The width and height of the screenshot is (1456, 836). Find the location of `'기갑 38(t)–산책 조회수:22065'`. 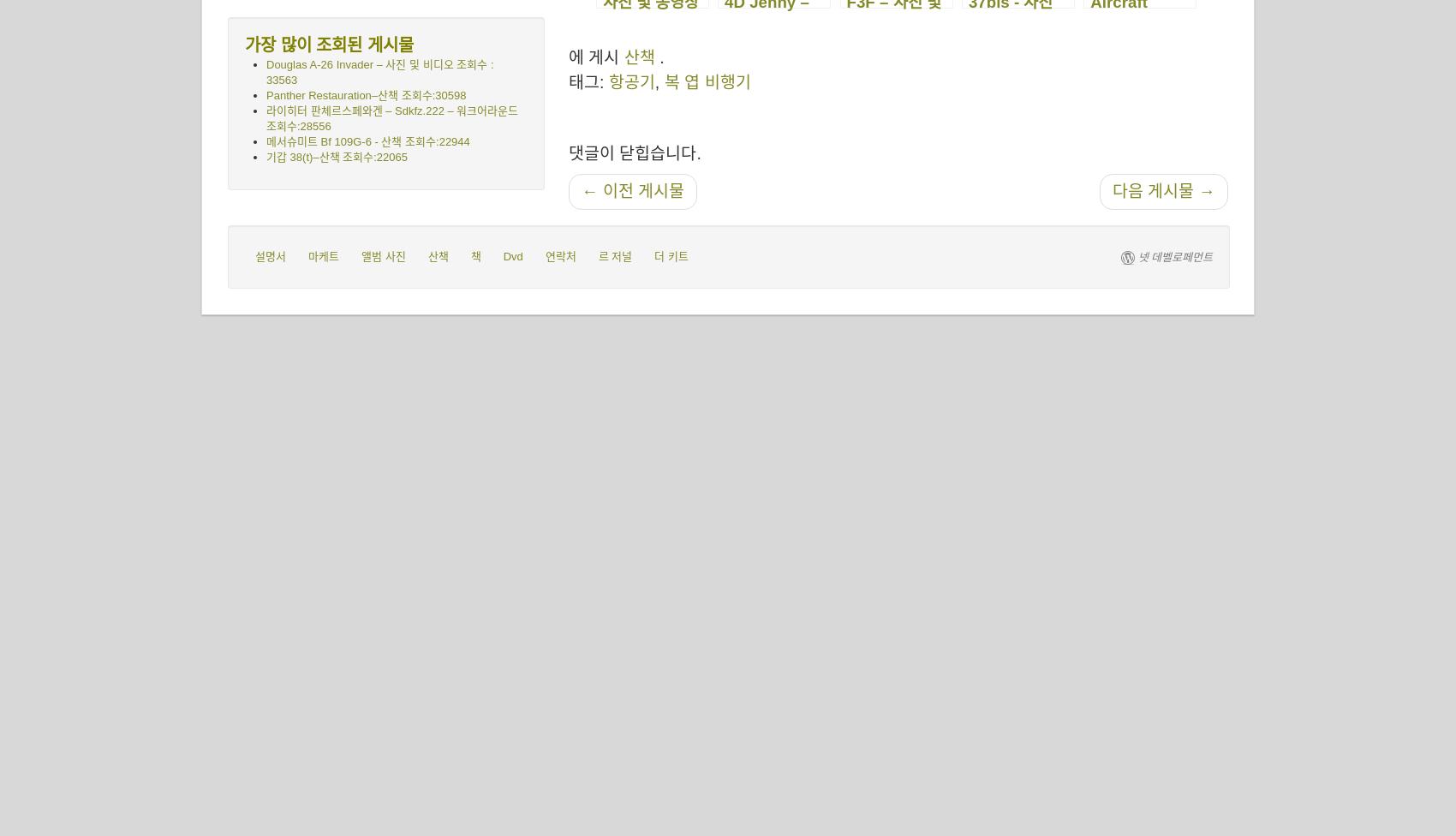

'기갑 38(t)–산책 조회수:22065' is located at coordinates (266, 156).